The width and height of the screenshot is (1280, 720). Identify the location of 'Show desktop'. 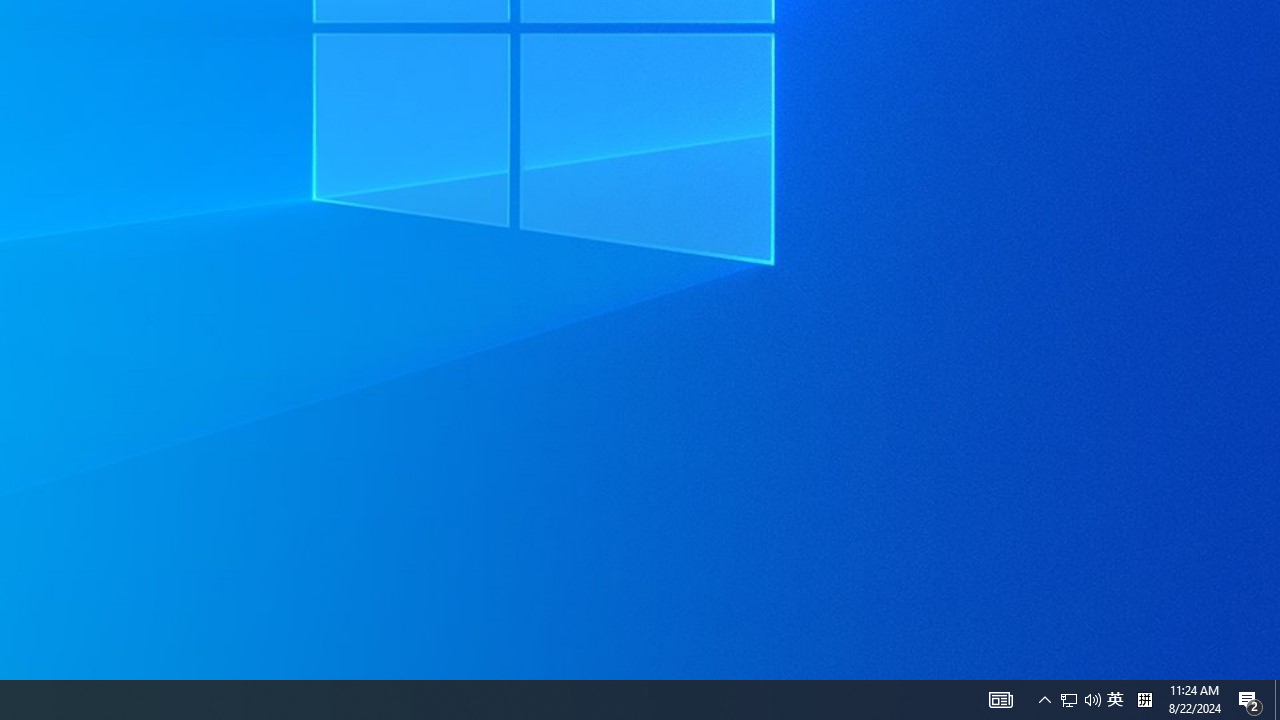
(1250, 698).